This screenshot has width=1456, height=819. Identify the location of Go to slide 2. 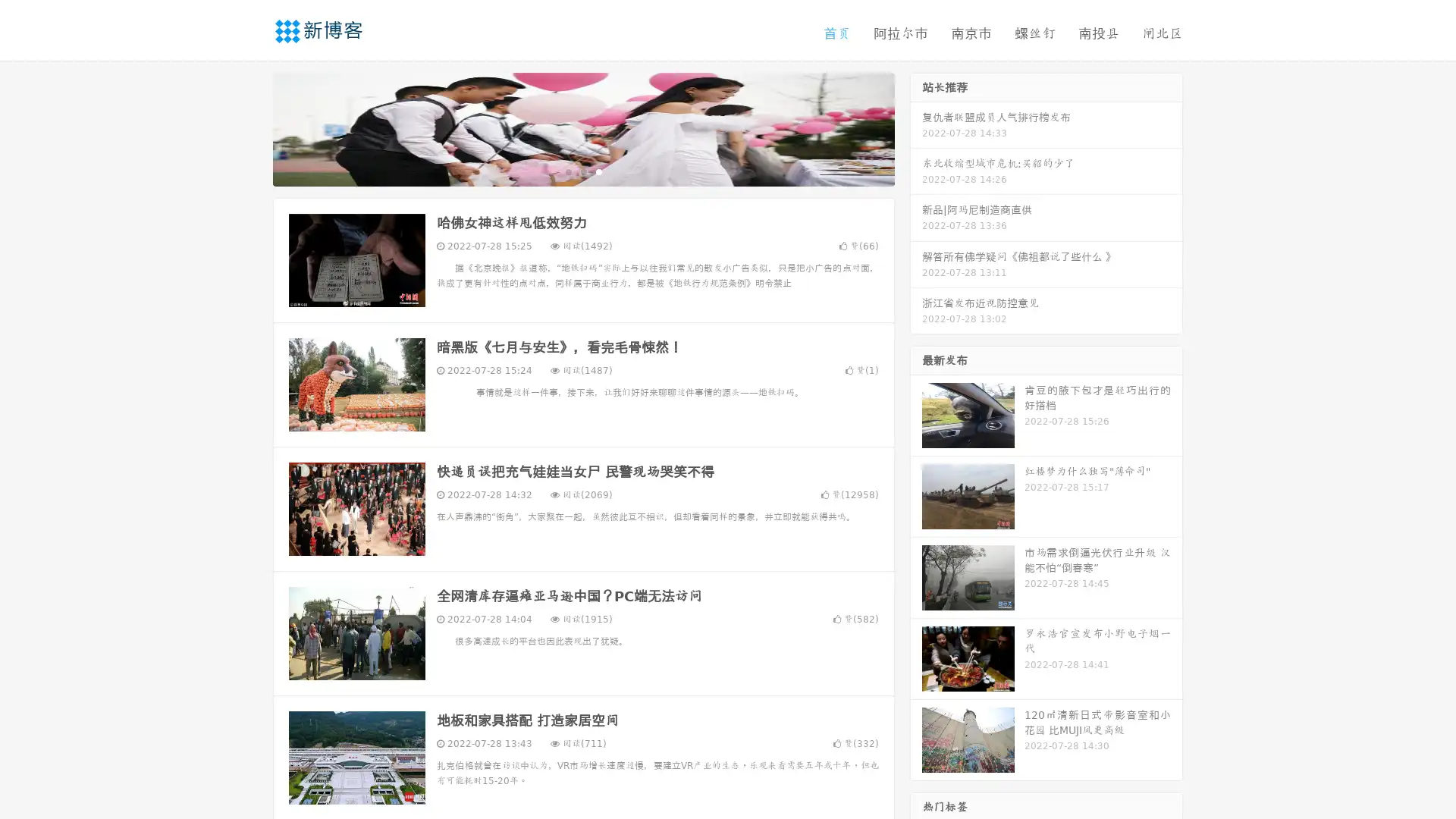
(582, 171).